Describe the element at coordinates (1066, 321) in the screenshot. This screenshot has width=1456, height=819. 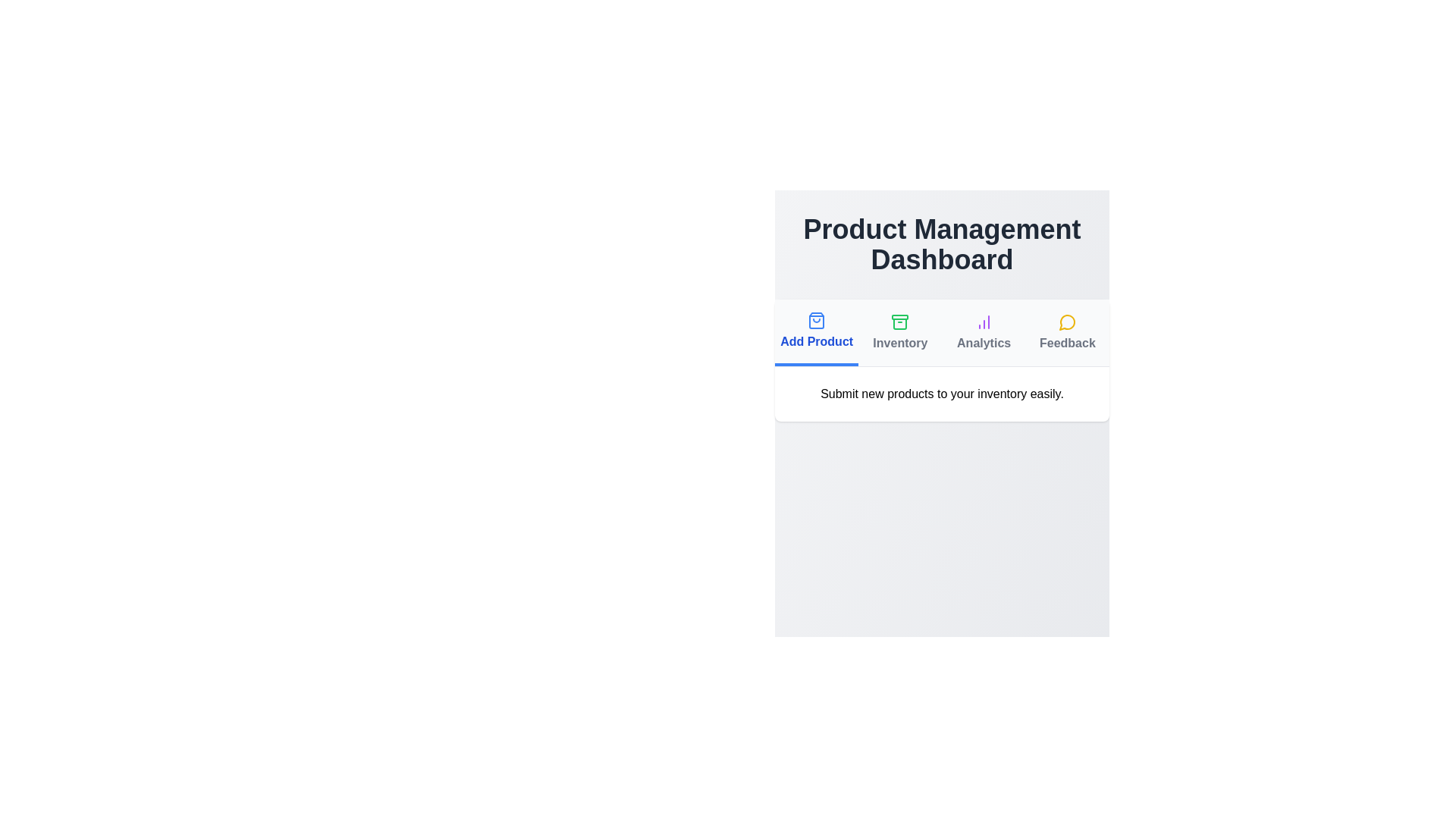
I see `the SVG icon component located at the top-right corner of the main interface, which serves as a clickable icon for feedback interaction` at that location.